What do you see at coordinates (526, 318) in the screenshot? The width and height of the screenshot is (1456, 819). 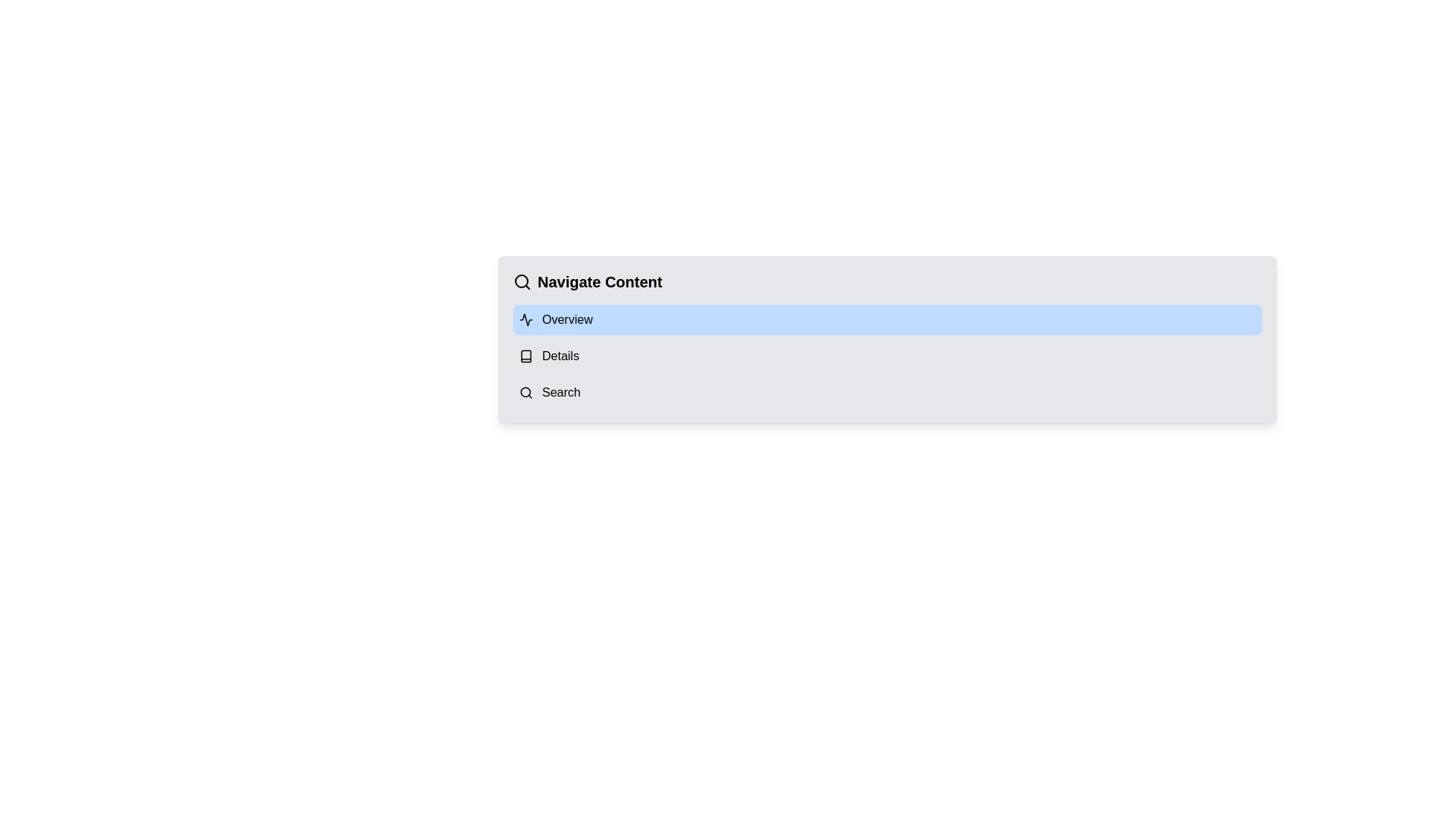 I see `the 'Overview' icon, which is an SVG element located to the left of the 'Overview' text in the vertical navigation panel` at bounding box center [526, 318].